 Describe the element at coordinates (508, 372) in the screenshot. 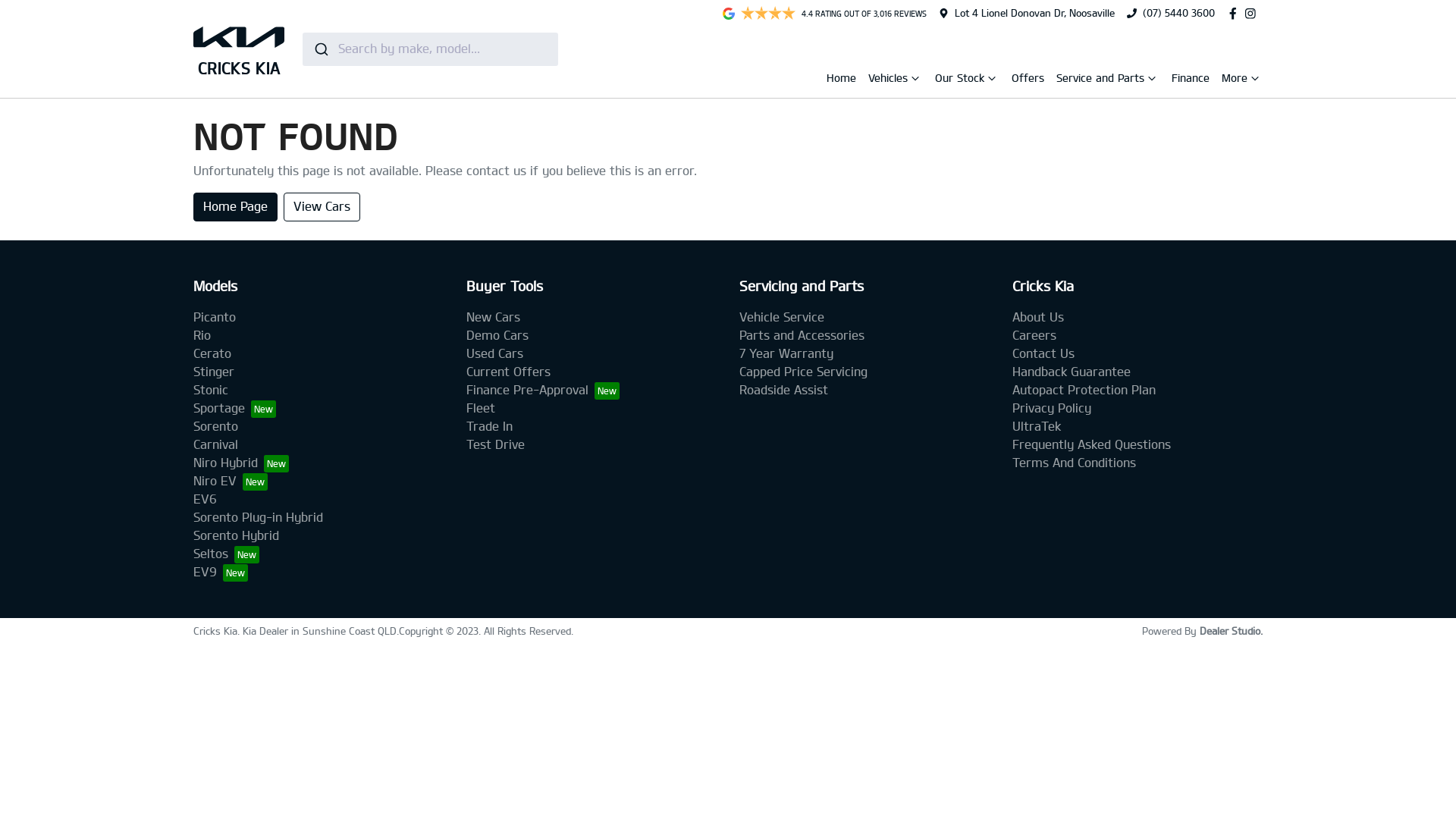

I see `'Current Offers'` at that location.